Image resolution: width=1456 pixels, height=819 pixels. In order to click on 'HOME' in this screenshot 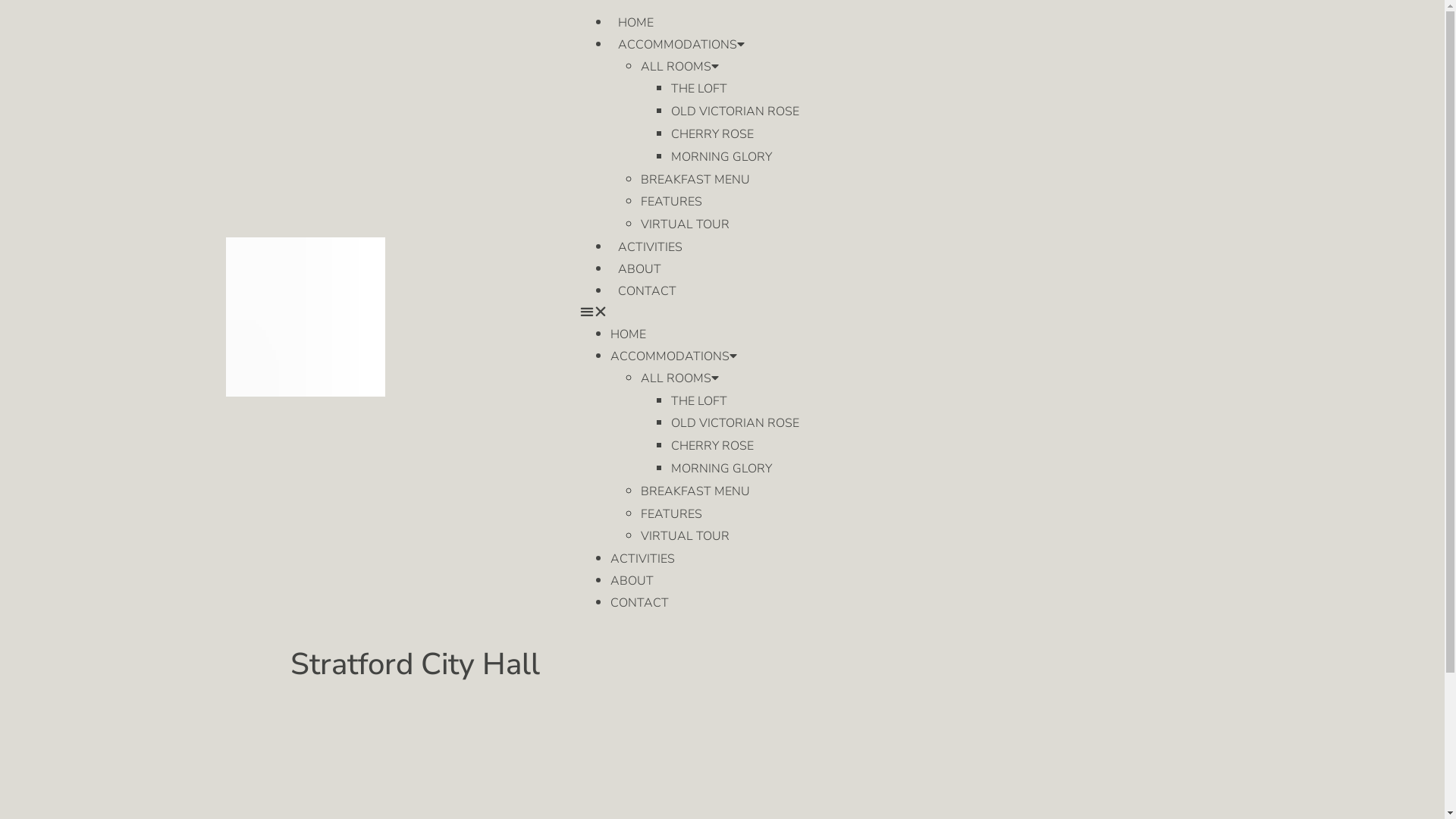, I will do `click(628, 333)`.